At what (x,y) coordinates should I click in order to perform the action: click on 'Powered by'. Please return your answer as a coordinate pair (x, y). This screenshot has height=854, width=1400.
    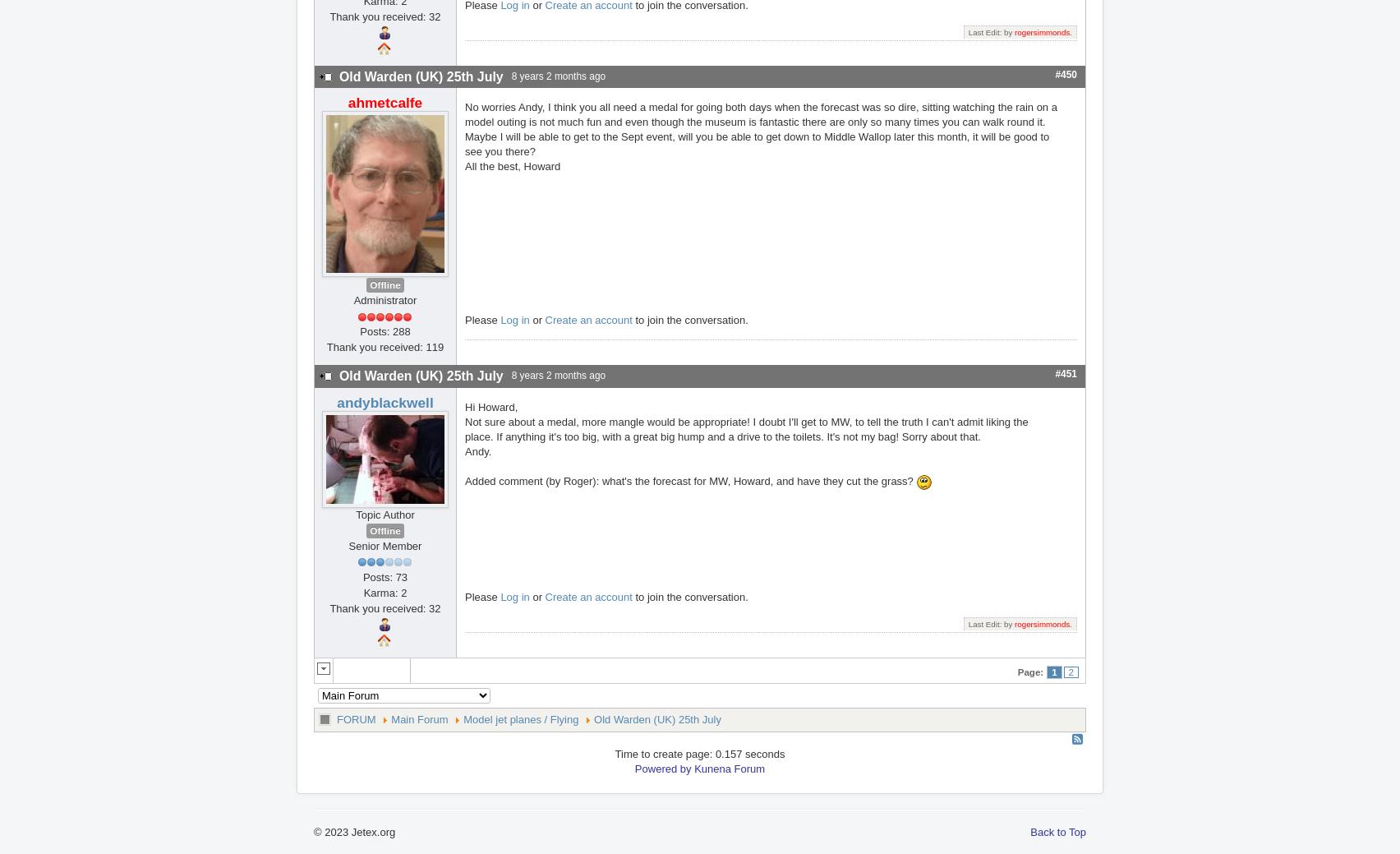
    Looking at the image, I should click on (661, 768).